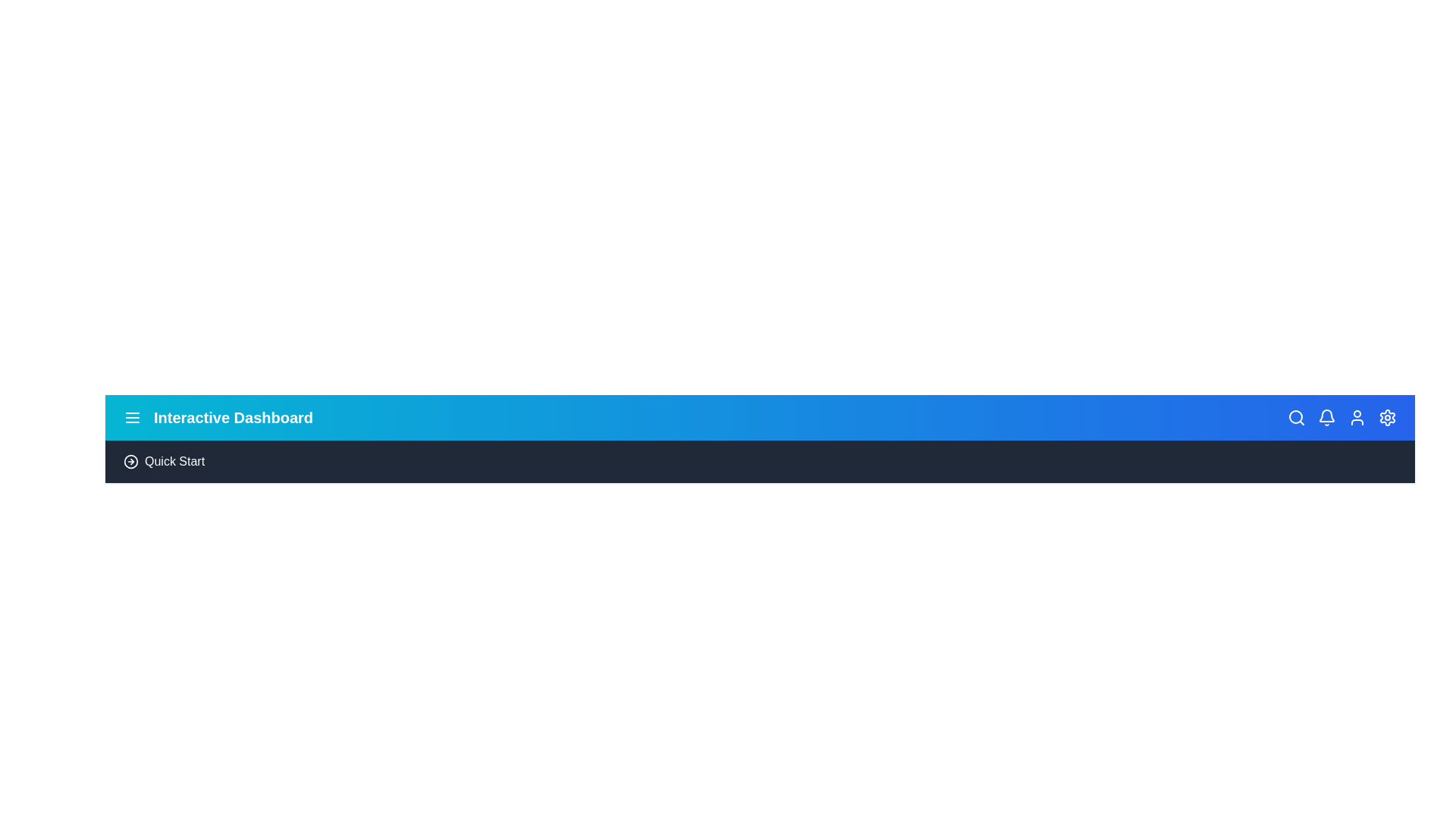 The height and width of the screenshot is (819, 1456). I want to click on the search icon to initiate a search, so click(1295, 418).